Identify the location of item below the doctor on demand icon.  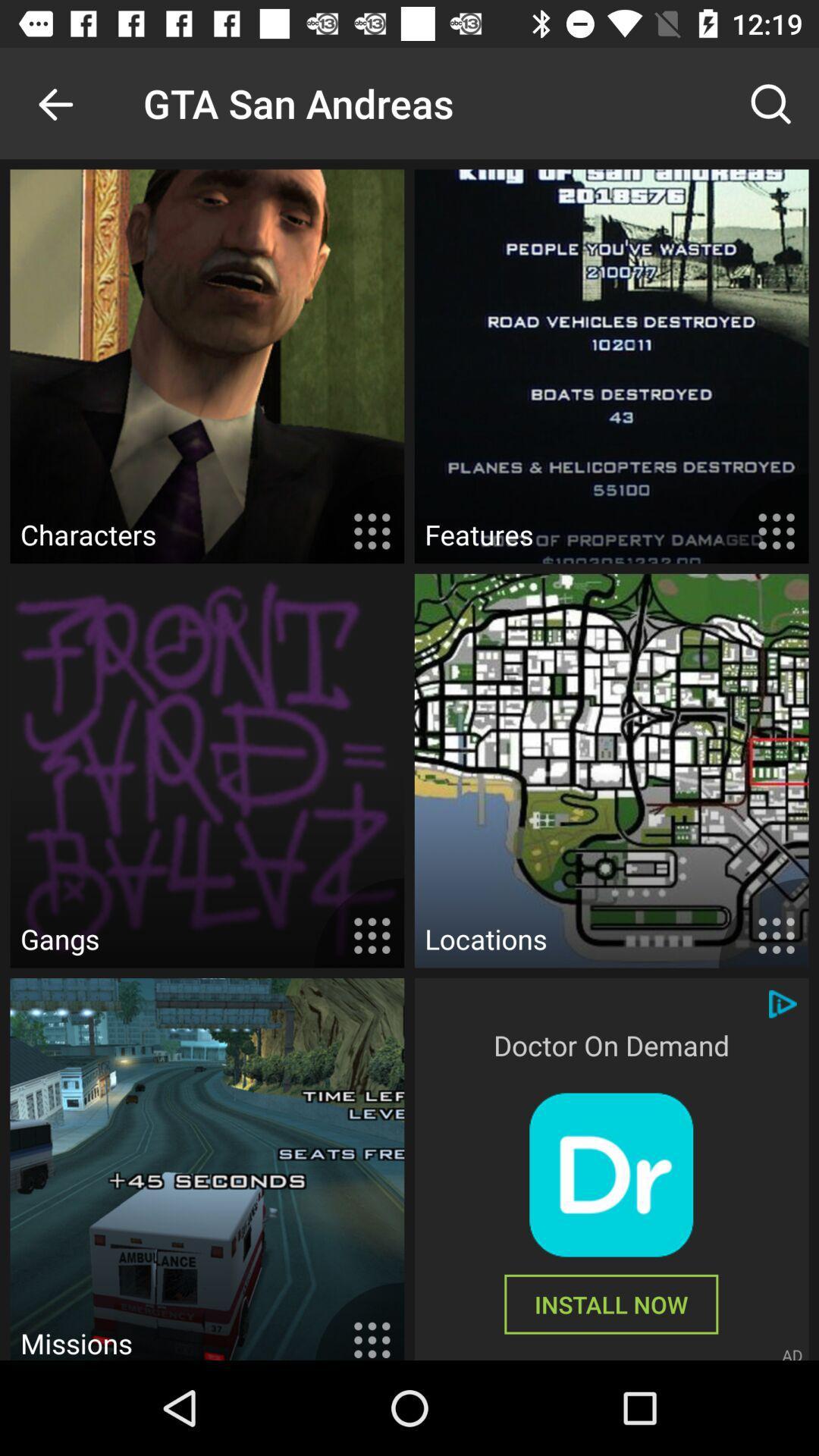
(610, 1174).